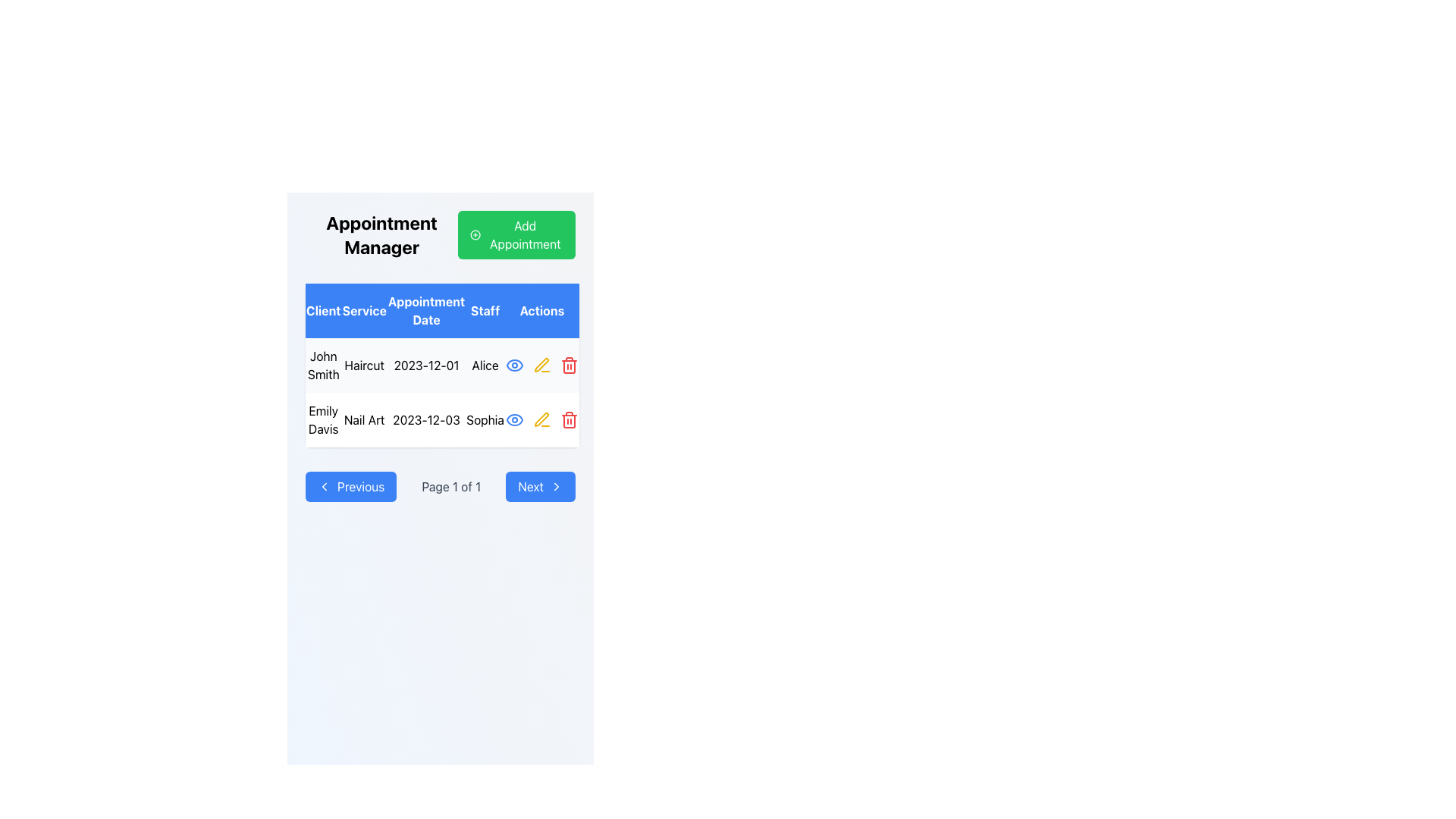 The image size is (1456, 819). Describe the element at coordinates (439, 486) in the screenshot. I see `the central text area of the pagination bar that displays 'Page 1 of 1' for possible page information` at that location.